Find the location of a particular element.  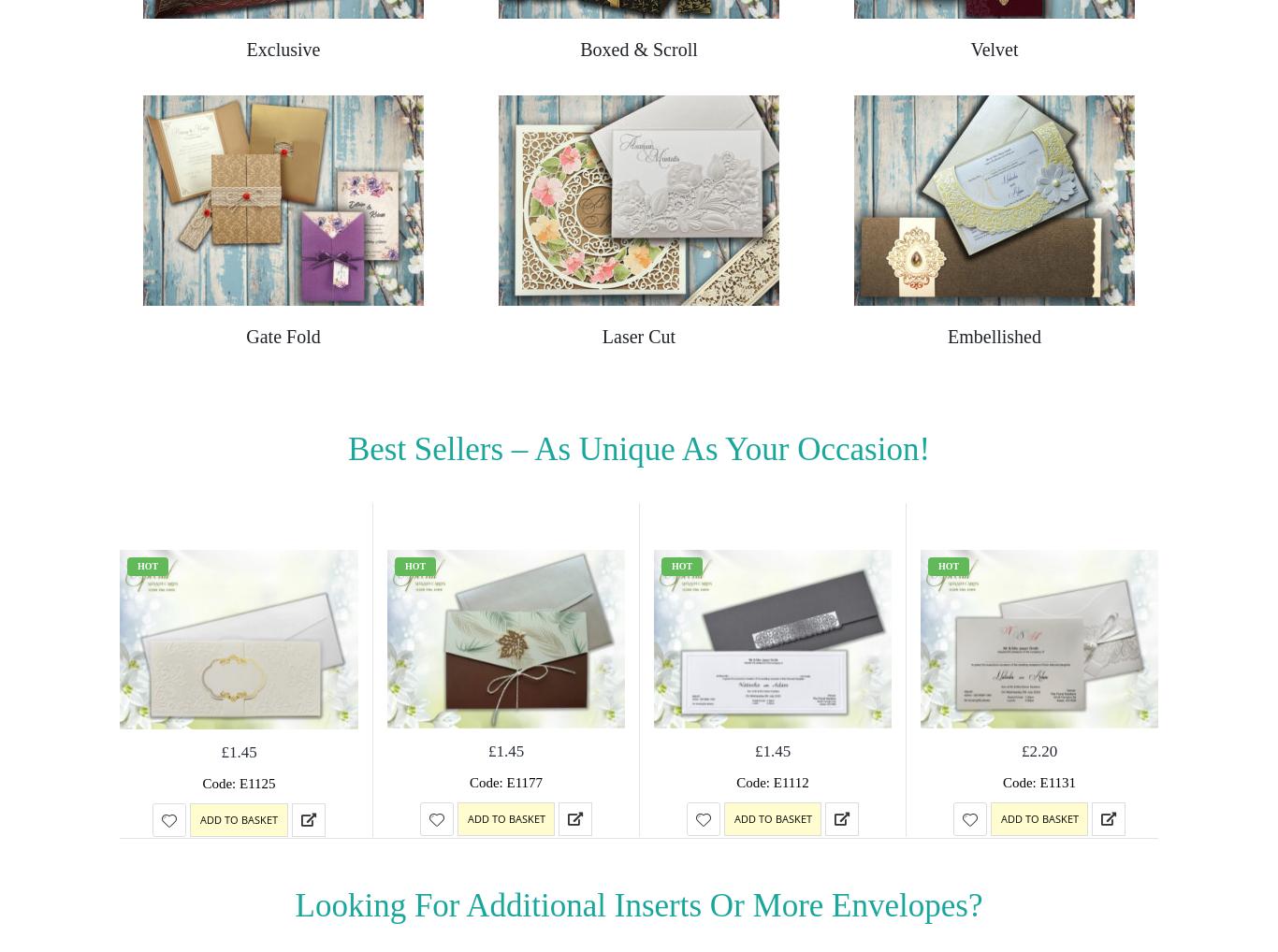

'Embellished' is located at coordinates (993, 336).